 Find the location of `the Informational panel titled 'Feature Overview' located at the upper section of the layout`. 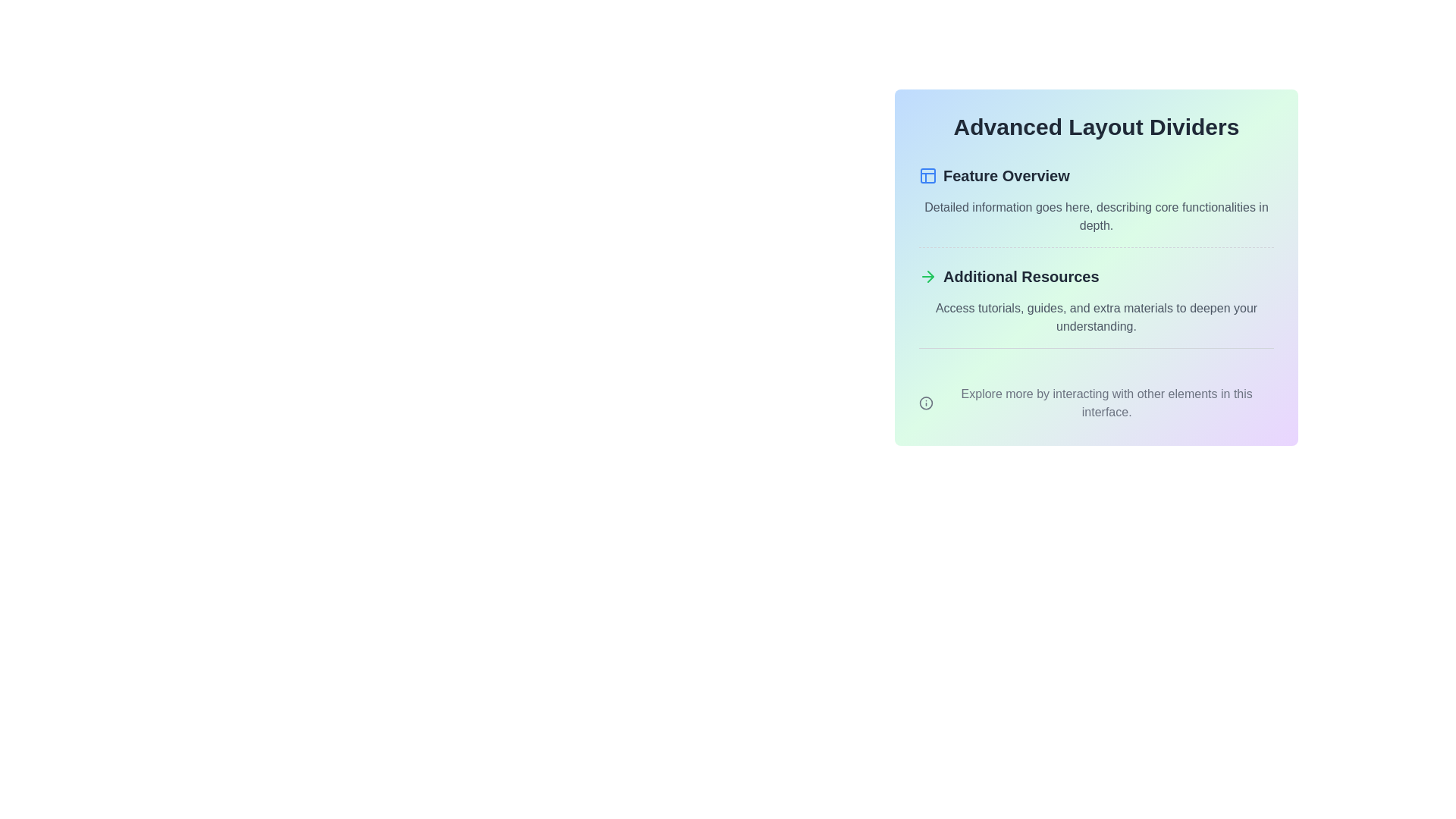

the Informational panel titled 'Feature Overview' located at the upper section of the layout is located at coordinates (1096, 206).